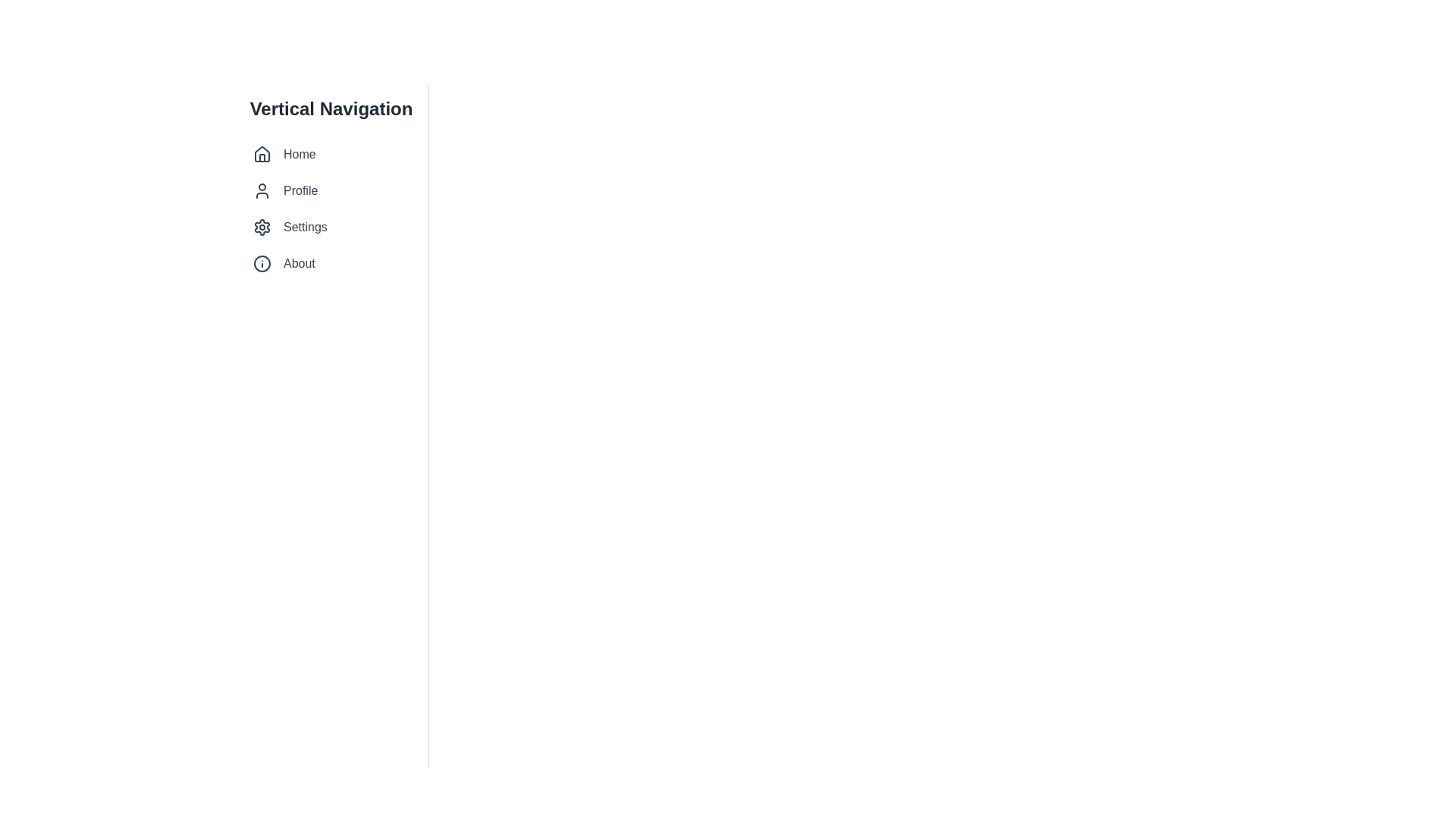 The image size is (1456, 819). Describe the element at coordinates (330, 262) in the screenshot. I see `the 'About' navigation button located in the vertical sidebar menu` at that location.